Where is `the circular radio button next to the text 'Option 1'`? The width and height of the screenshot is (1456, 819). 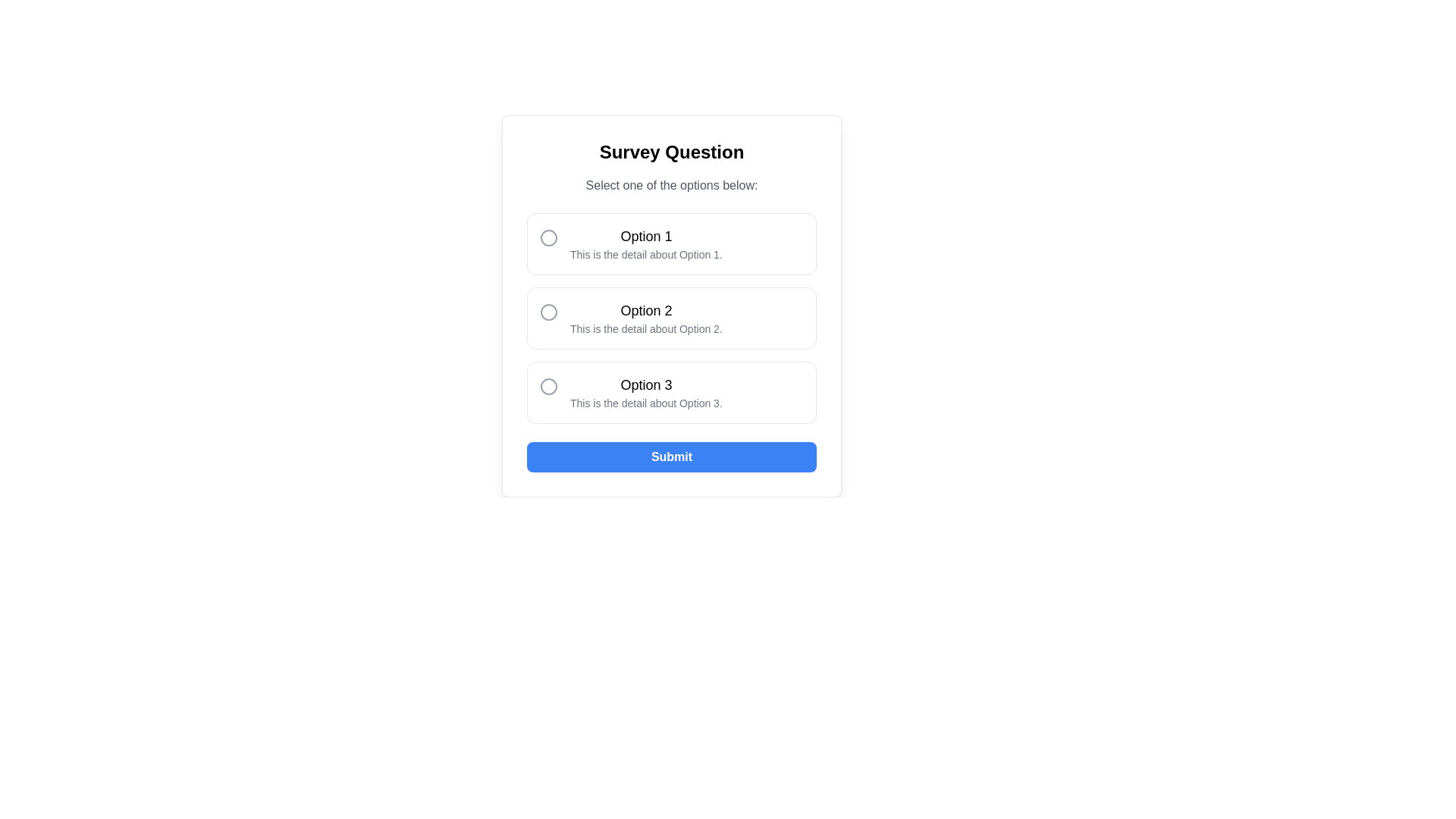 the circular radio button next to the text 'Option 1' is located at coordinates (548, 237).